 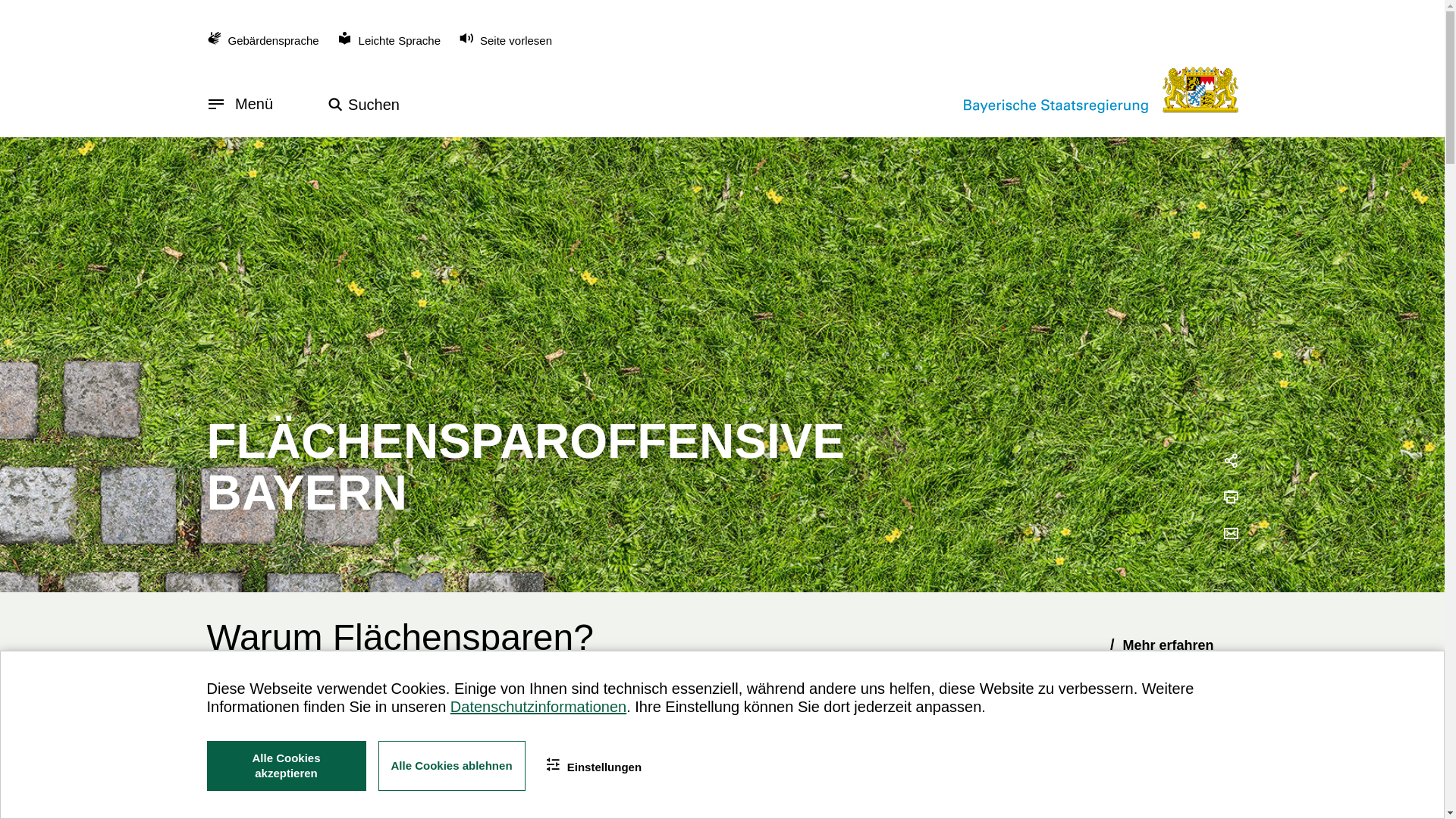 What do you see at coordinates (1230, 534) in the screenshot?
I see `'Seite per Email versenden'` at bounding box center [1230, 534].